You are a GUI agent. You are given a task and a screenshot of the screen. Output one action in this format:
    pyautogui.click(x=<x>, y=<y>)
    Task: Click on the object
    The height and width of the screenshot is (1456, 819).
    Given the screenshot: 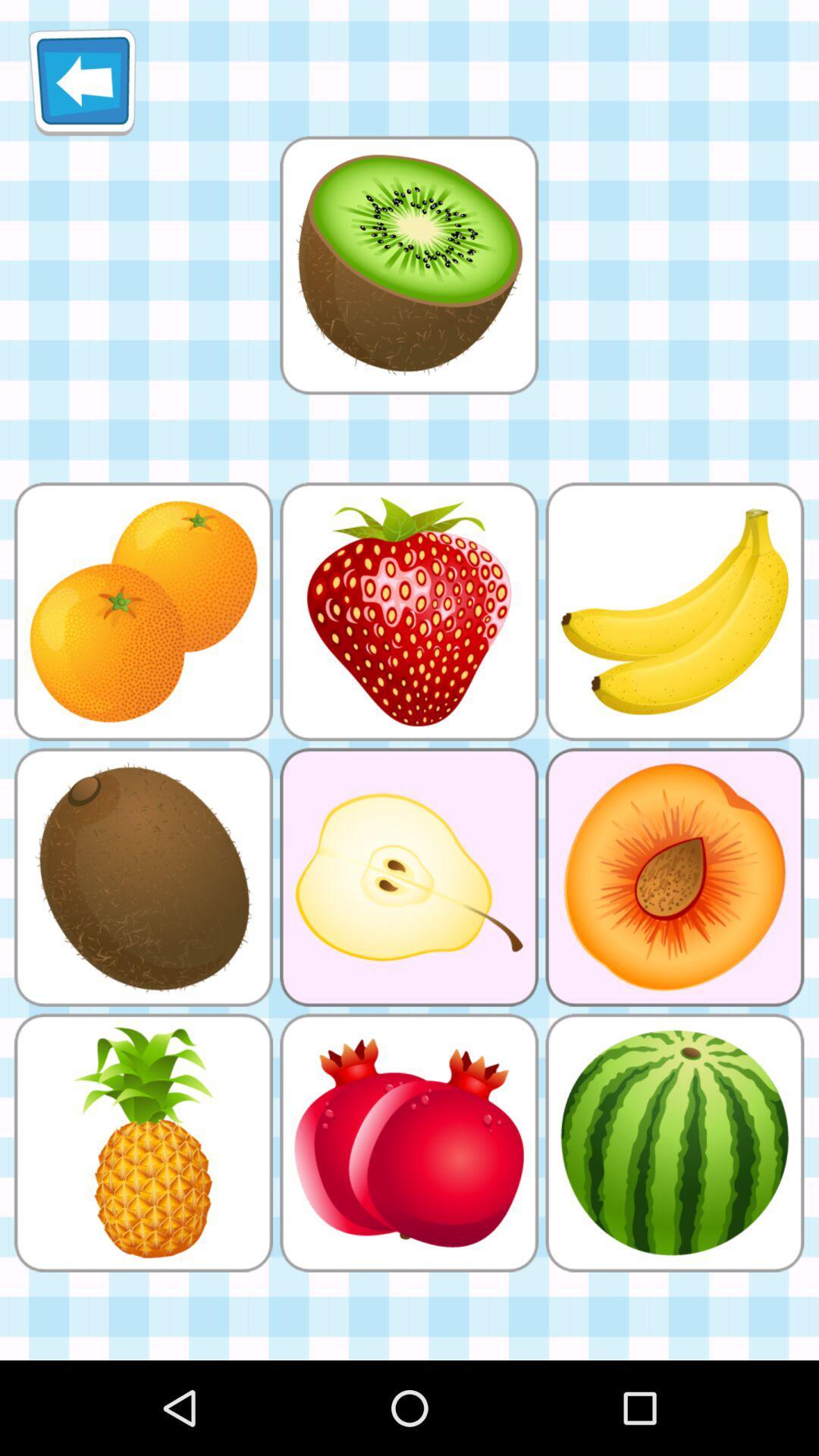 What is the action you would take?
    pyautogui.click(x=408, y=265)
    